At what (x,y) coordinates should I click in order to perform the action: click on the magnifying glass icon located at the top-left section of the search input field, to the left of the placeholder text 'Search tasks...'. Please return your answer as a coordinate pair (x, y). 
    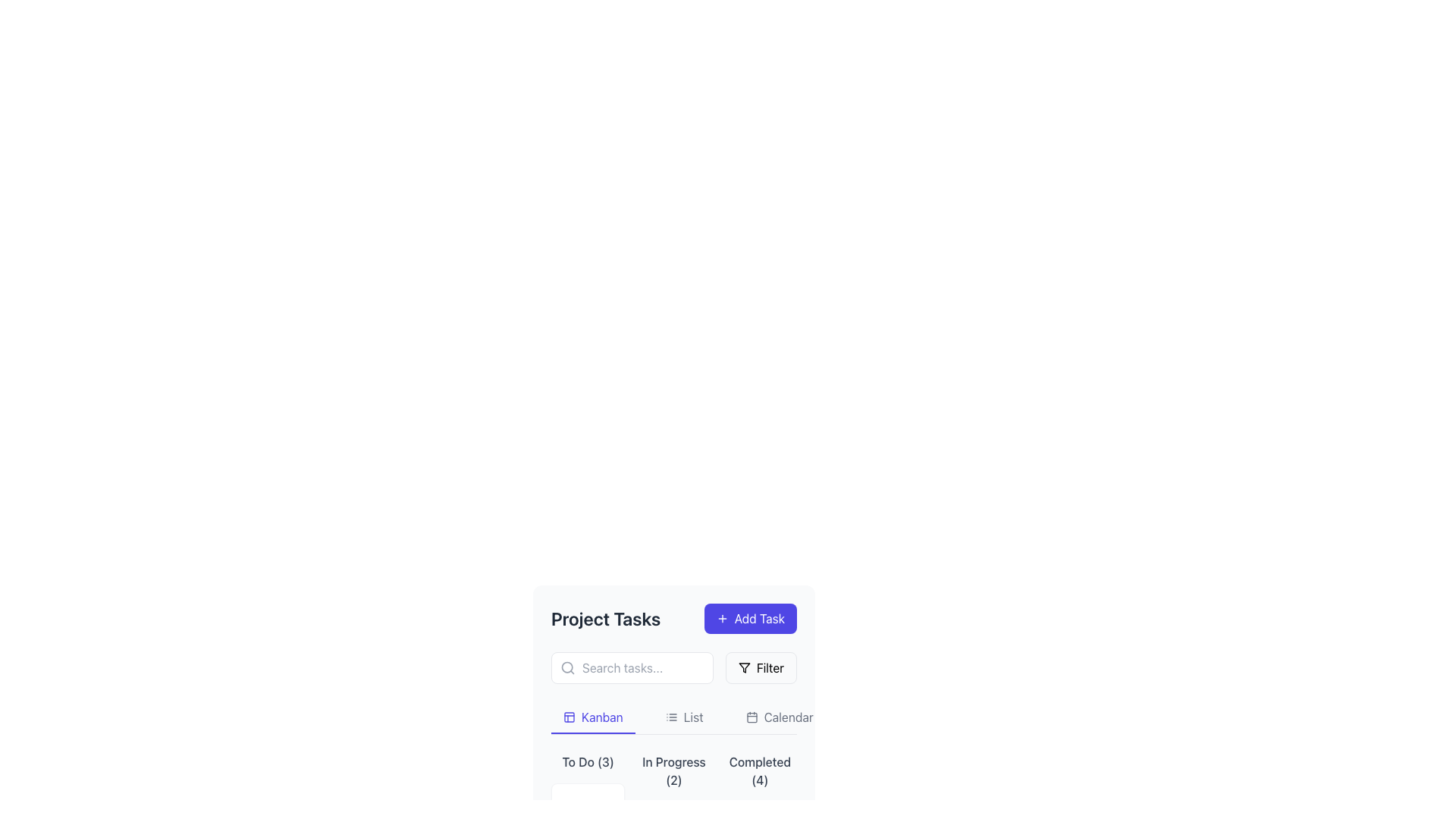
    Looking at the image, I should click on (566, 667).